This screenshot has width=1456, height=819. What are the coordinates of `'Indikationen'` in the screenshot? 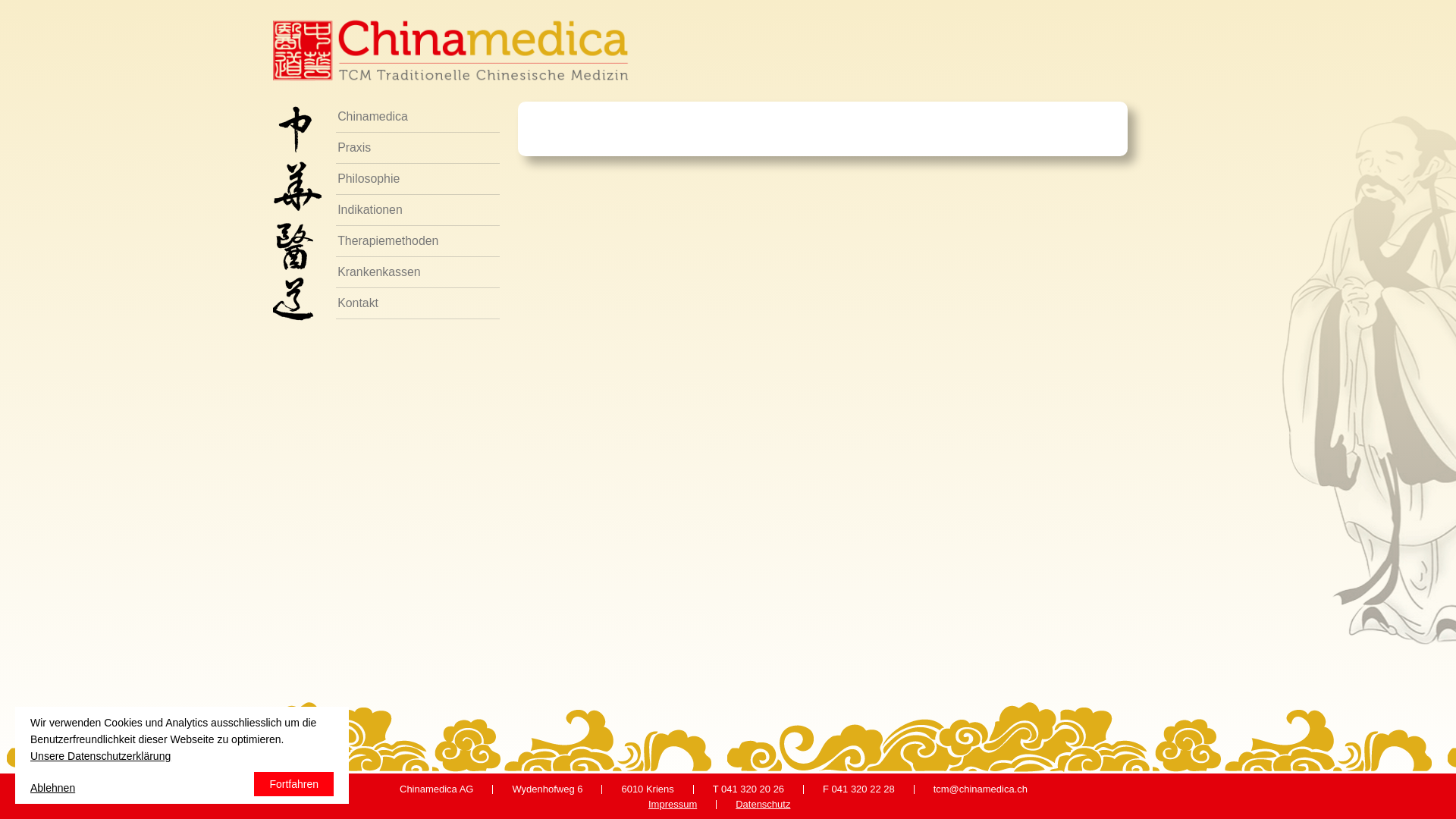 It's located at (418, 210).